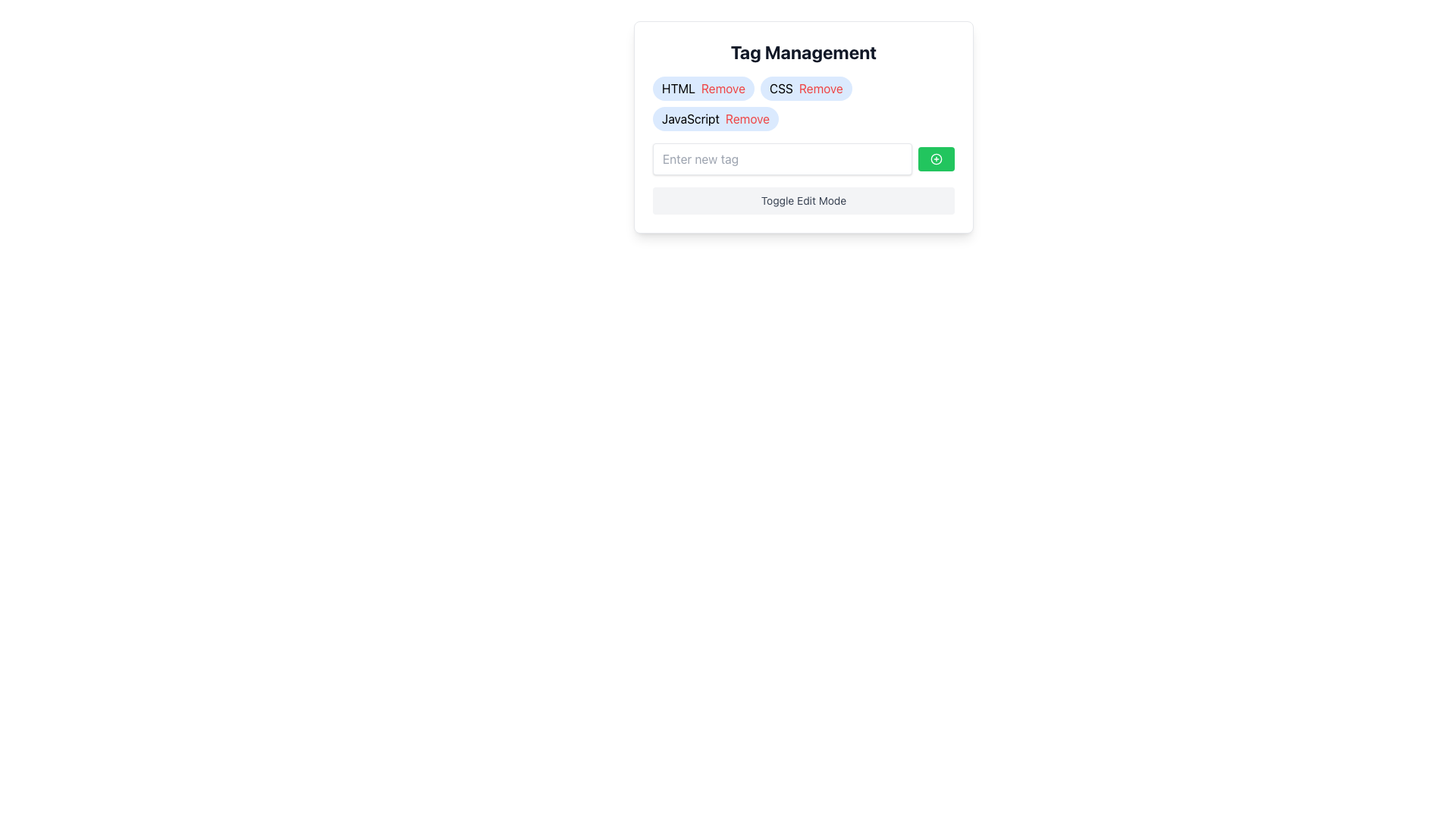  Describe the element at coordinates (805, 88) in the screenshot. I see `the 'CSS' badge, which is the second badge in the 'Tag Management' section, for rearrangement` at that location.